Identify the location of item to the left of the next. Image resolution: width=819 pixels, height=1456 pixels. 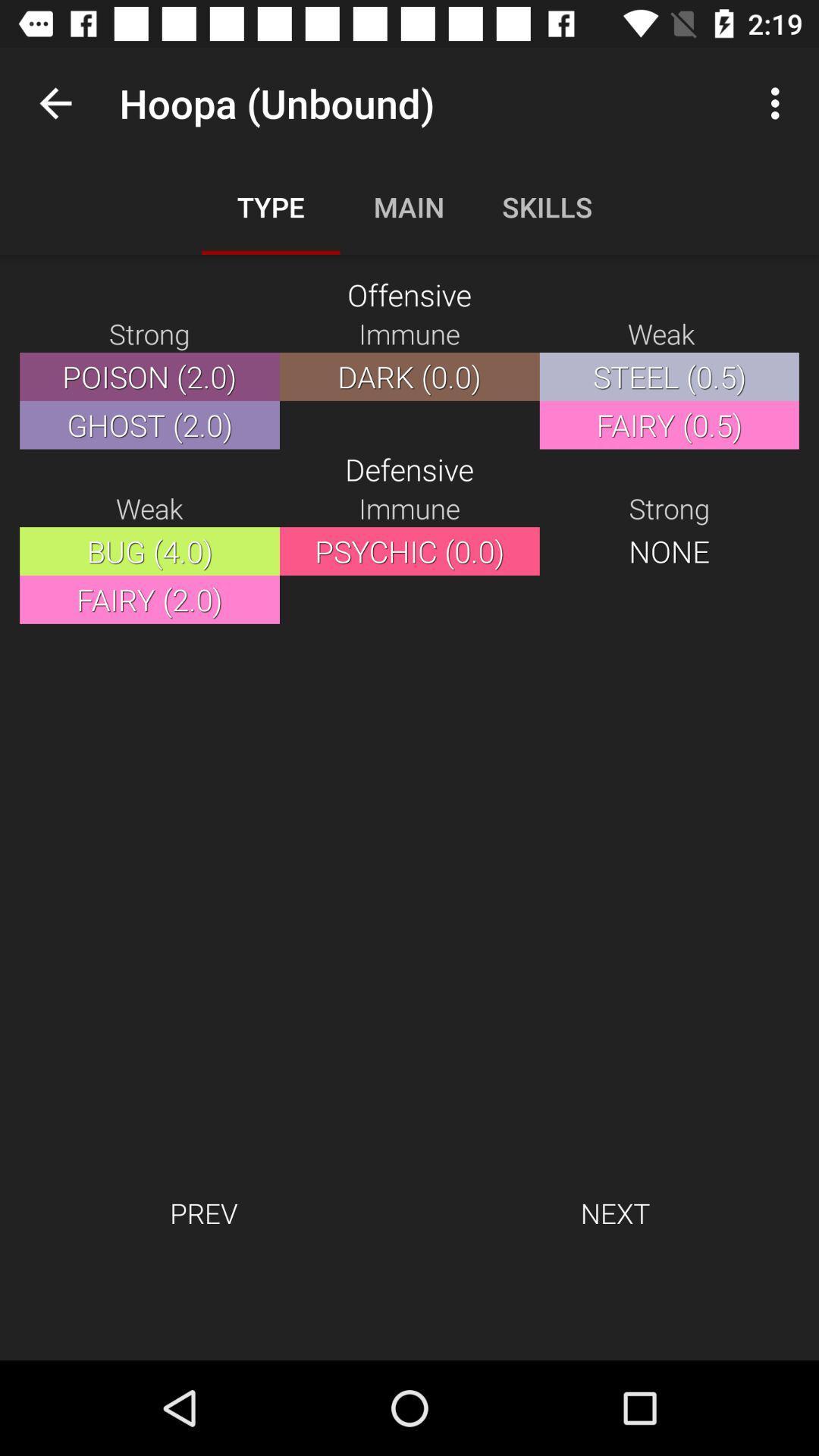
(202, 1212).